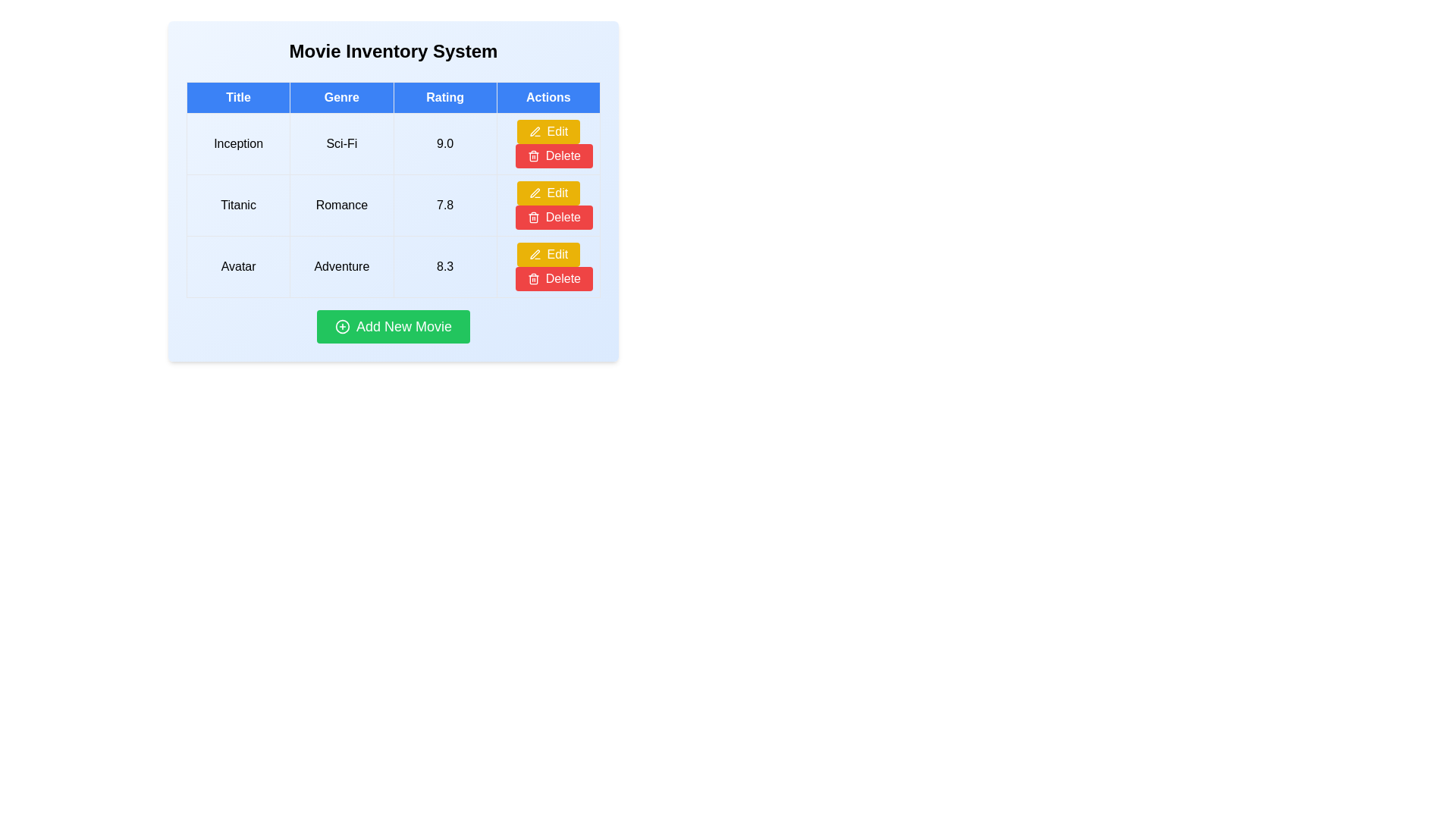  Describe the element at coordinates (535, 130) in the screenshot. I see `the pen icon within the 'Edit' button located in the 'Actions' column of the first row of the table` at that location.